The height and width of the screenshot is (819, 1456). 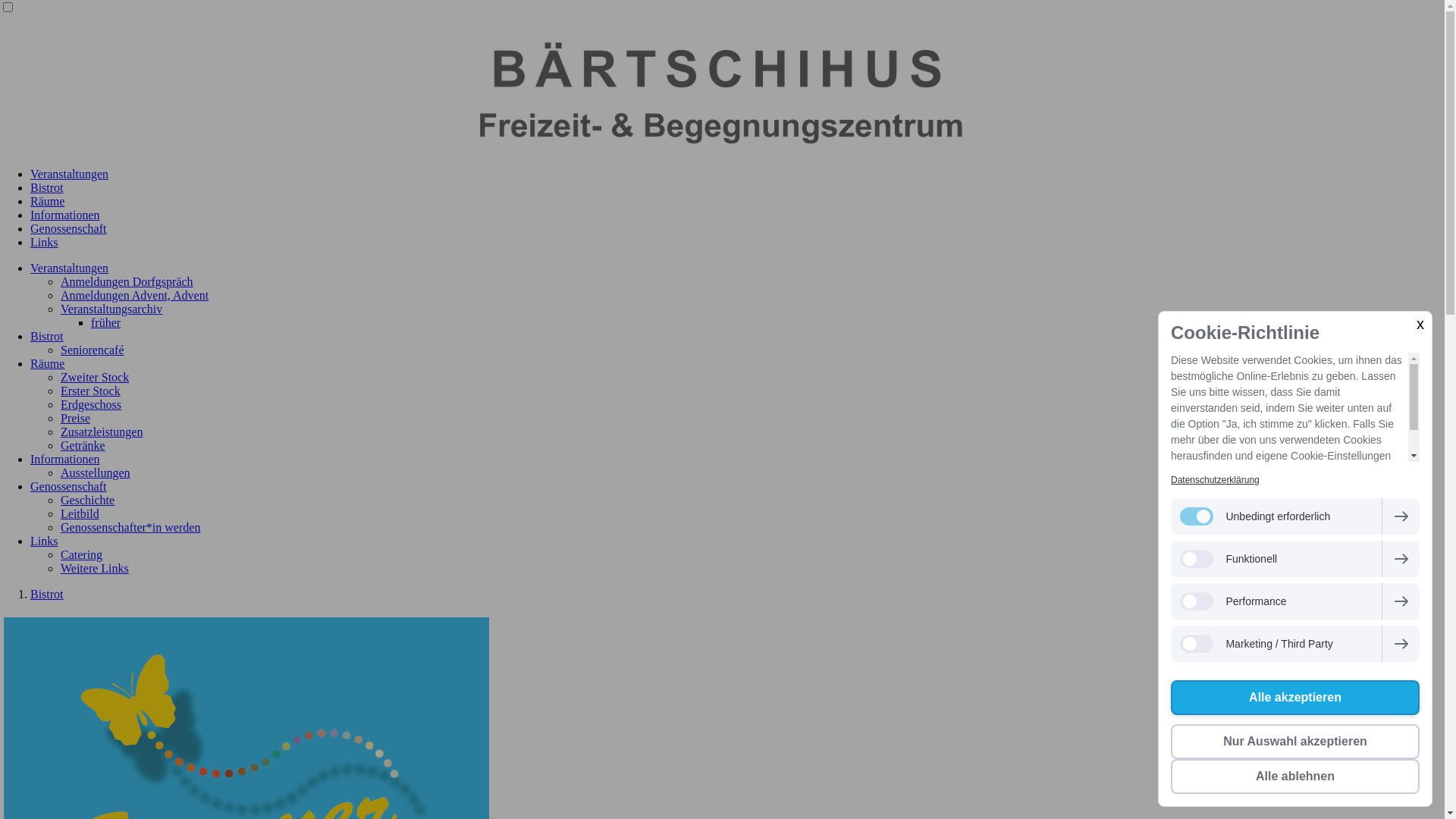 What do you see at coordinates (1294, 776) in the screenshot?
I see `'Alle ablehnen'` at bounding box center [1294, 776].